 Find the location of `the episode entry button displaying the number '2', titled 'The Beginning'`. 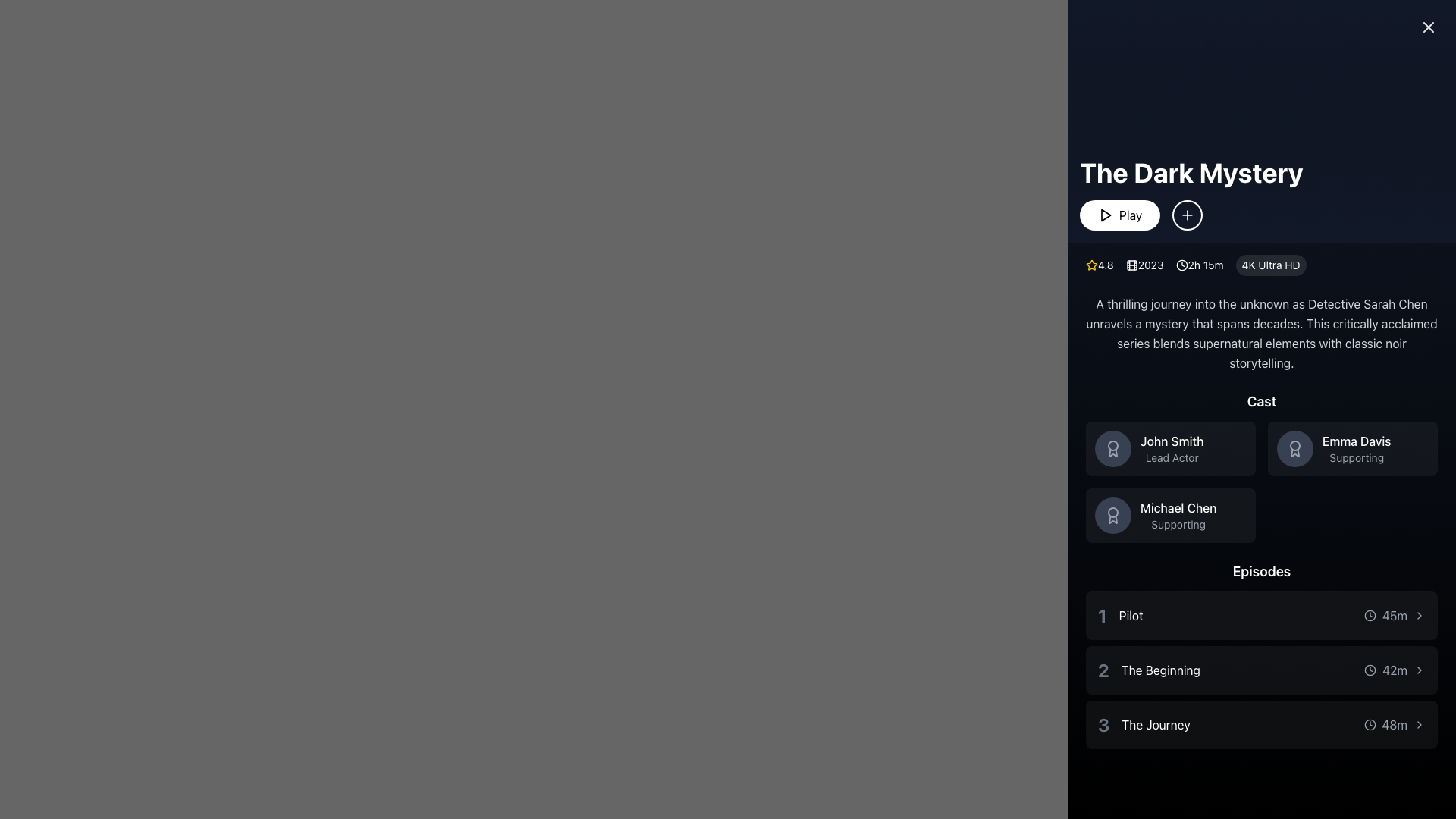

the episode entry button displaying the number '2', titled 'The Beginning' is located at coordinates (1262, 669).